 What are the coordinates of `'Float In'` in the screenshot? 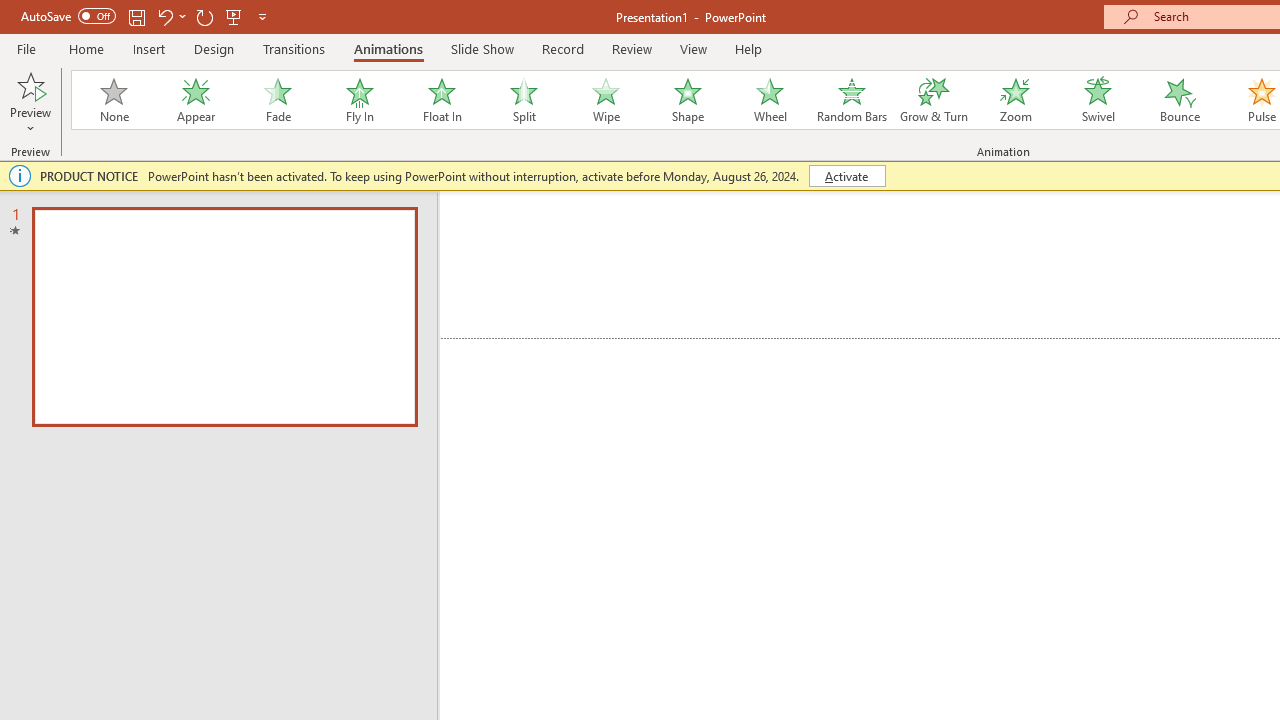 It's located at (440, 100).